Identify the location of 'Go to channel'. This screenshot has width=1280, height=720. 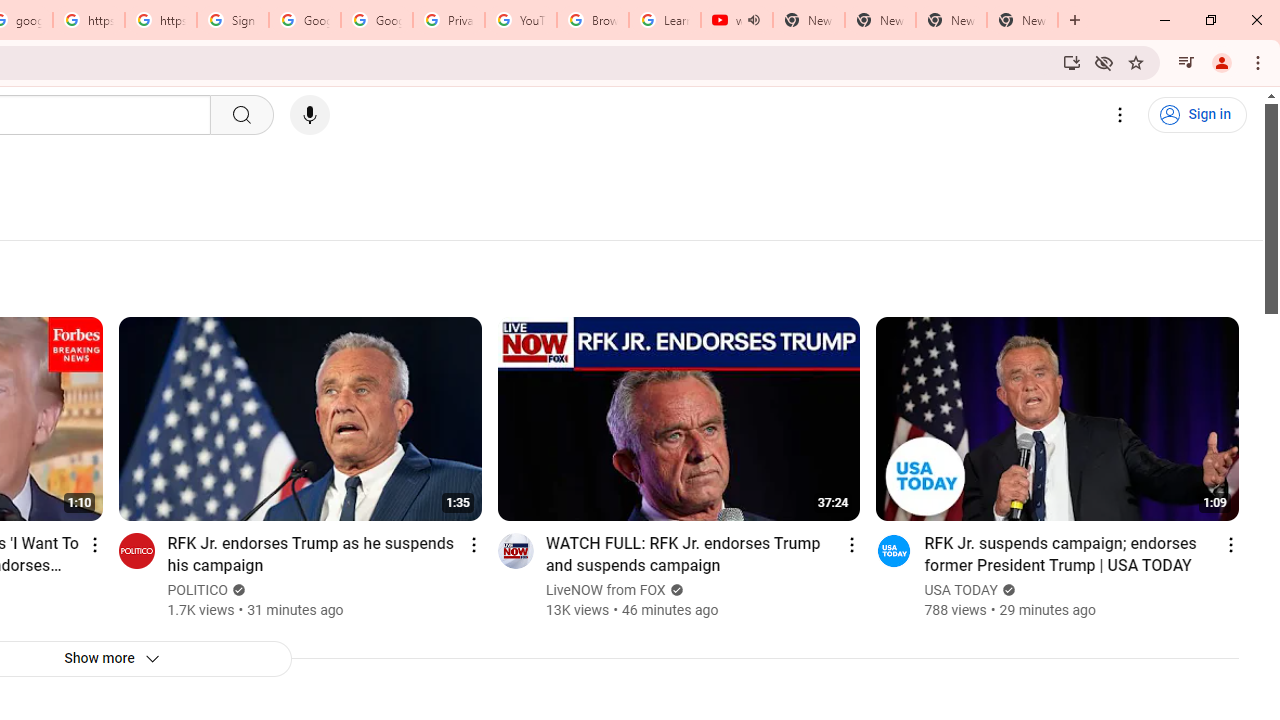
(893, 550).